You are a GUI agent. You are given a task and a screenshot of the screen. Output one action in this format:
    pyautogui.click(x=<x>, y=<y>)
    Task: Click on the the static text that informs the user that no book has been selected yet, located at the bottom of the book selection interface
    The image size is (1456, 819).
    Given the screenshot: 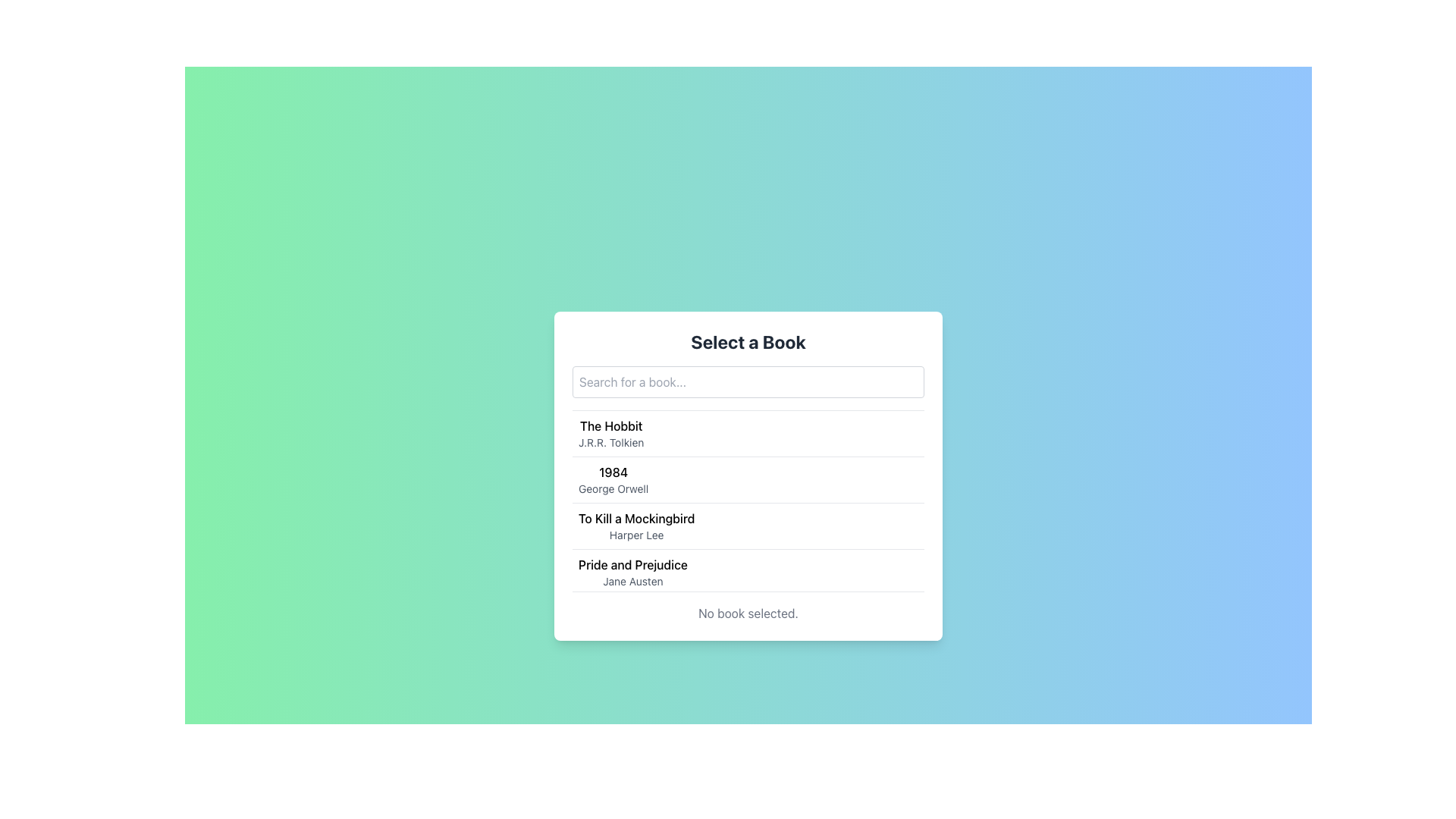 What is the action you would take?
    pyautogui.click(x=748, y=613)
    